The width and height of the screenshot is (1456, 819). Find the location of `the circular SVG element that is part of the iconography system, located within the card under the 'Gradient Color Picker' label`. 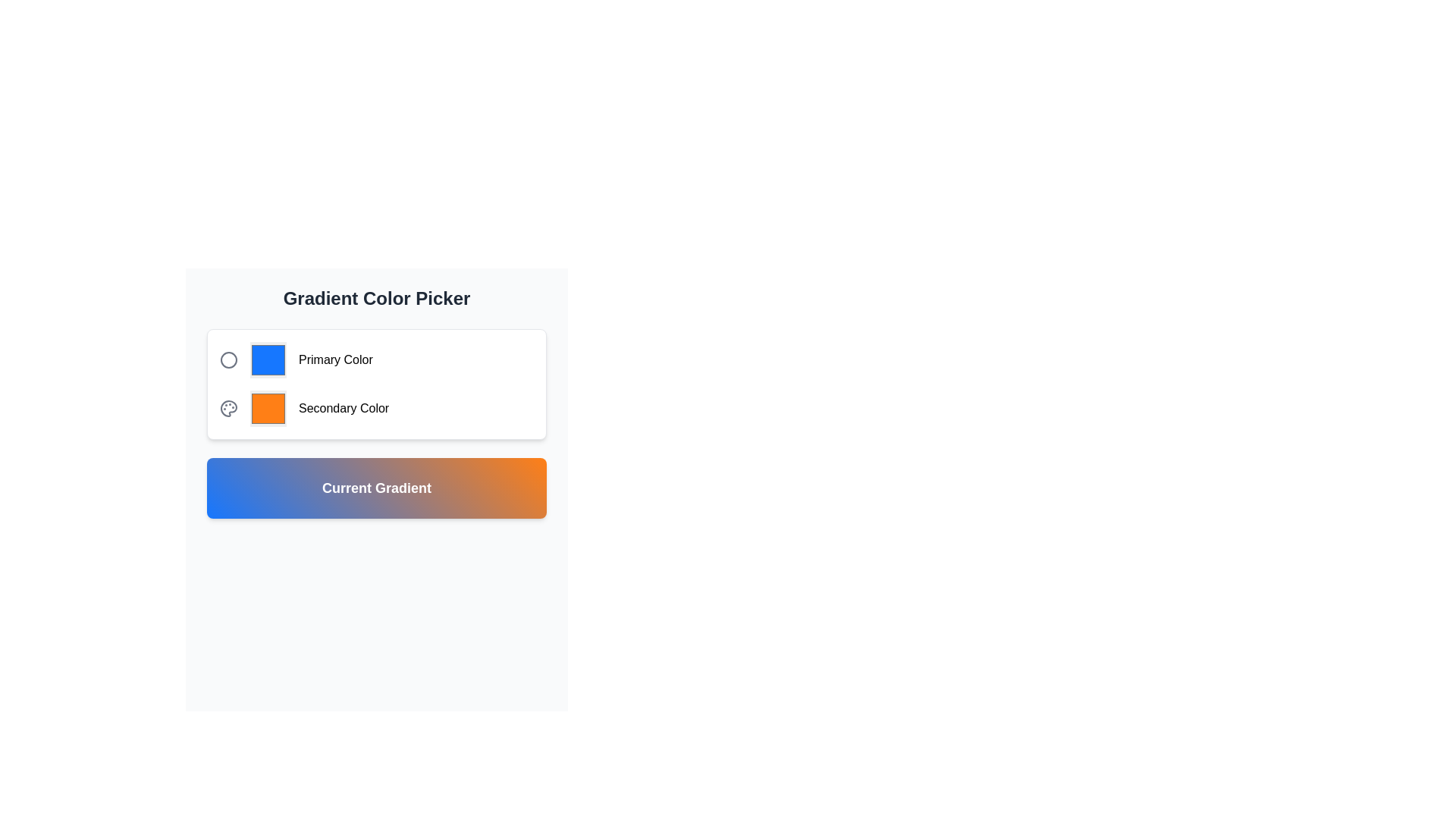

the circular SVG element that is part of the iconography system, located within the card under the 'Gradient Color Picker' label is located at coordinates (228, 359).